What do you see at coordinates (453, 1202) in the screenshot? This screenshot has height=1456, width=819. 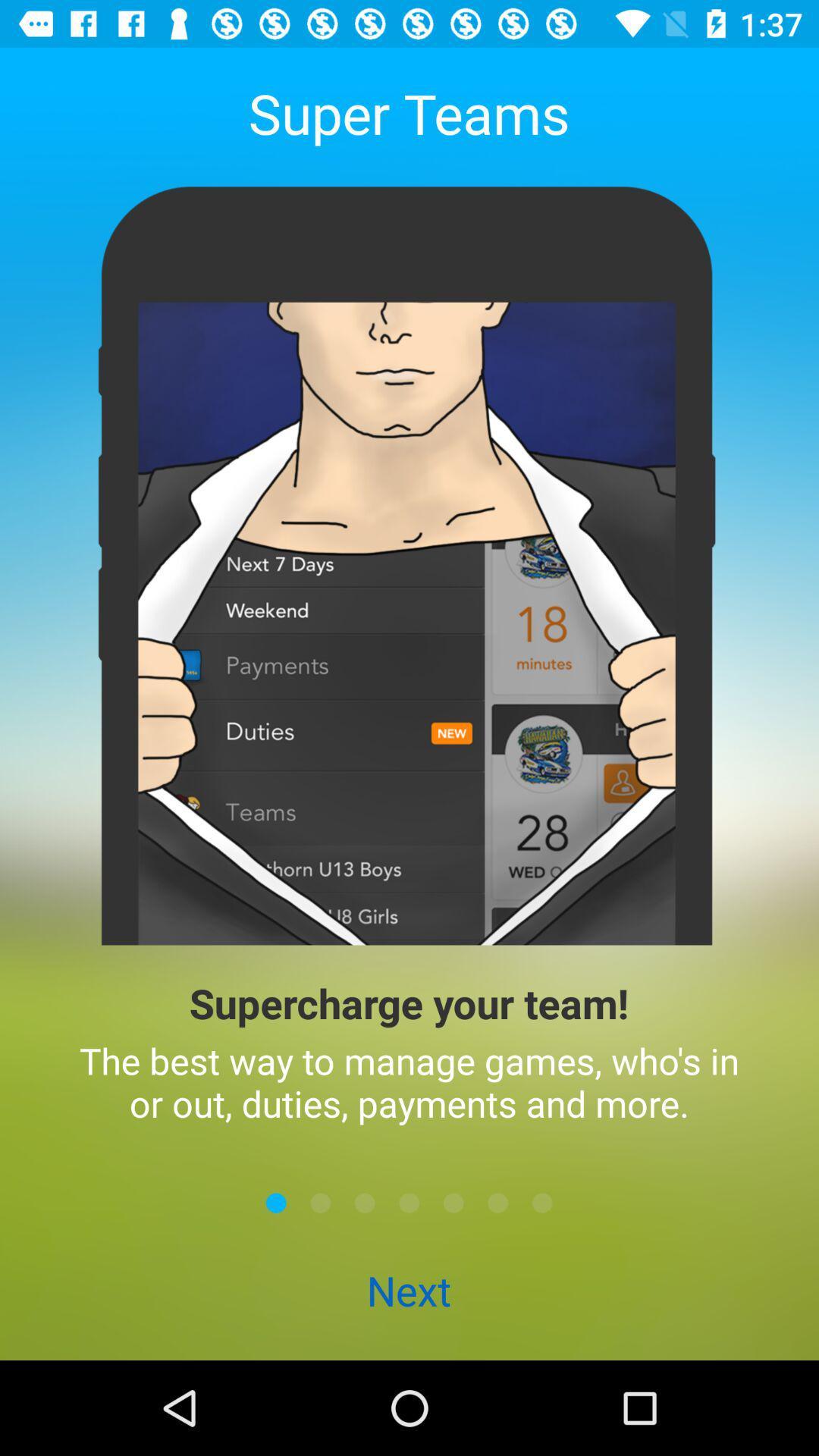 I see `next button` at bounding box center [453, 1202].